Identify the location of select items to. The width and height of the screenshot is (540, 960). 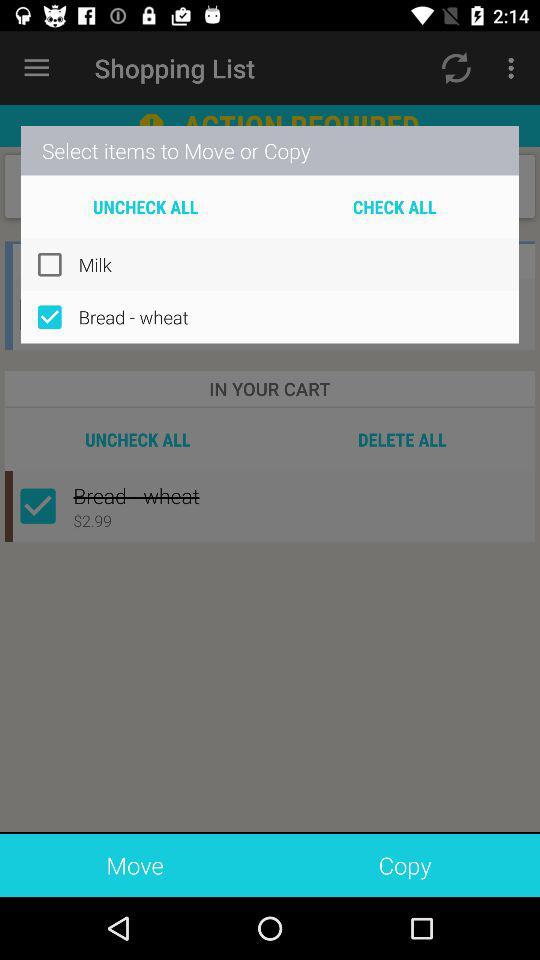
(270, 149).